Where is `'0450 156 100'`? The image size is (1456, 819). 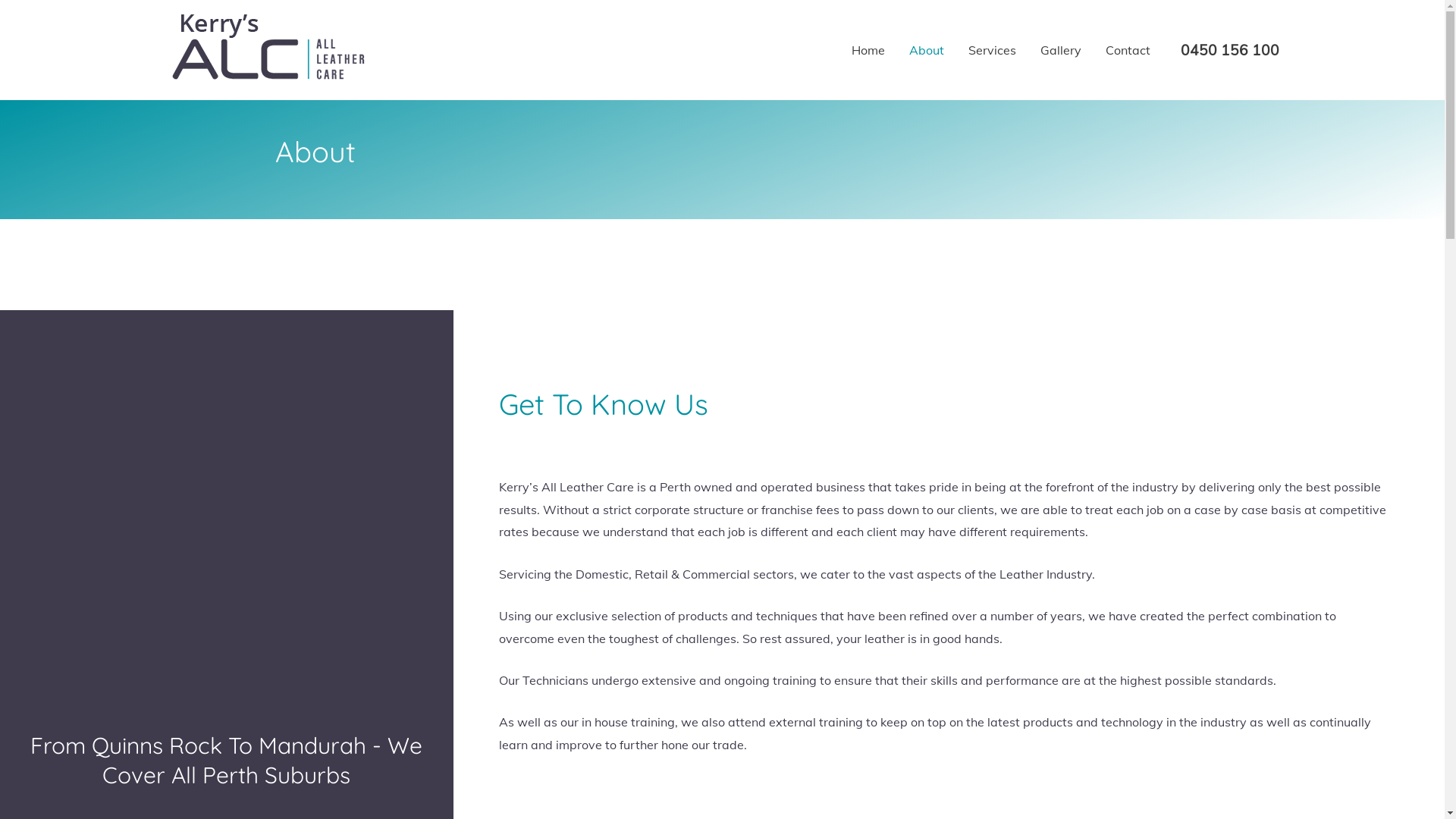 '0450 156 100' is located at coordinates (1229, 49).